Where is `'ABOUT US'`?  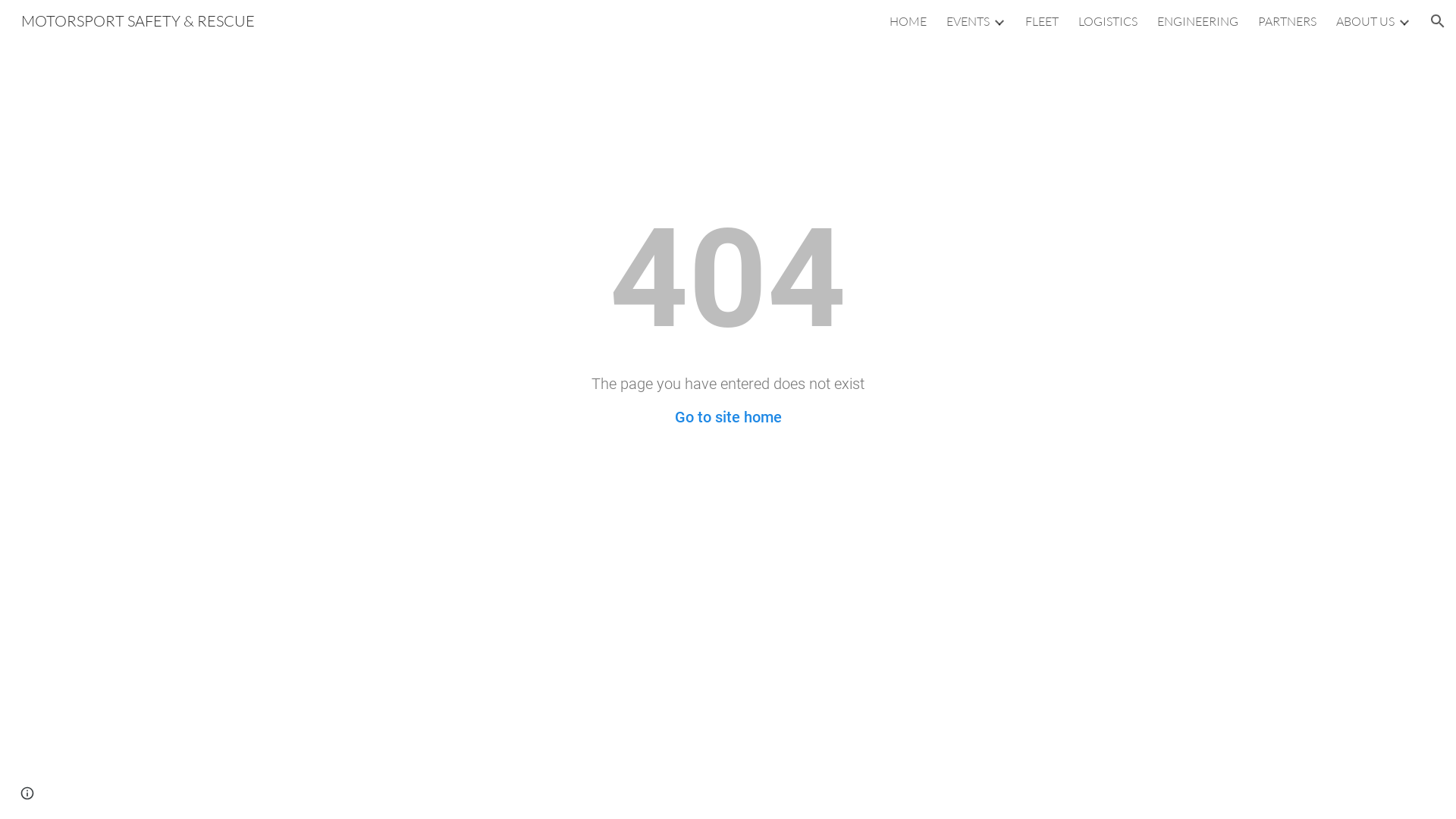
'ABOUT US' is located at coordinates (1365, 20).